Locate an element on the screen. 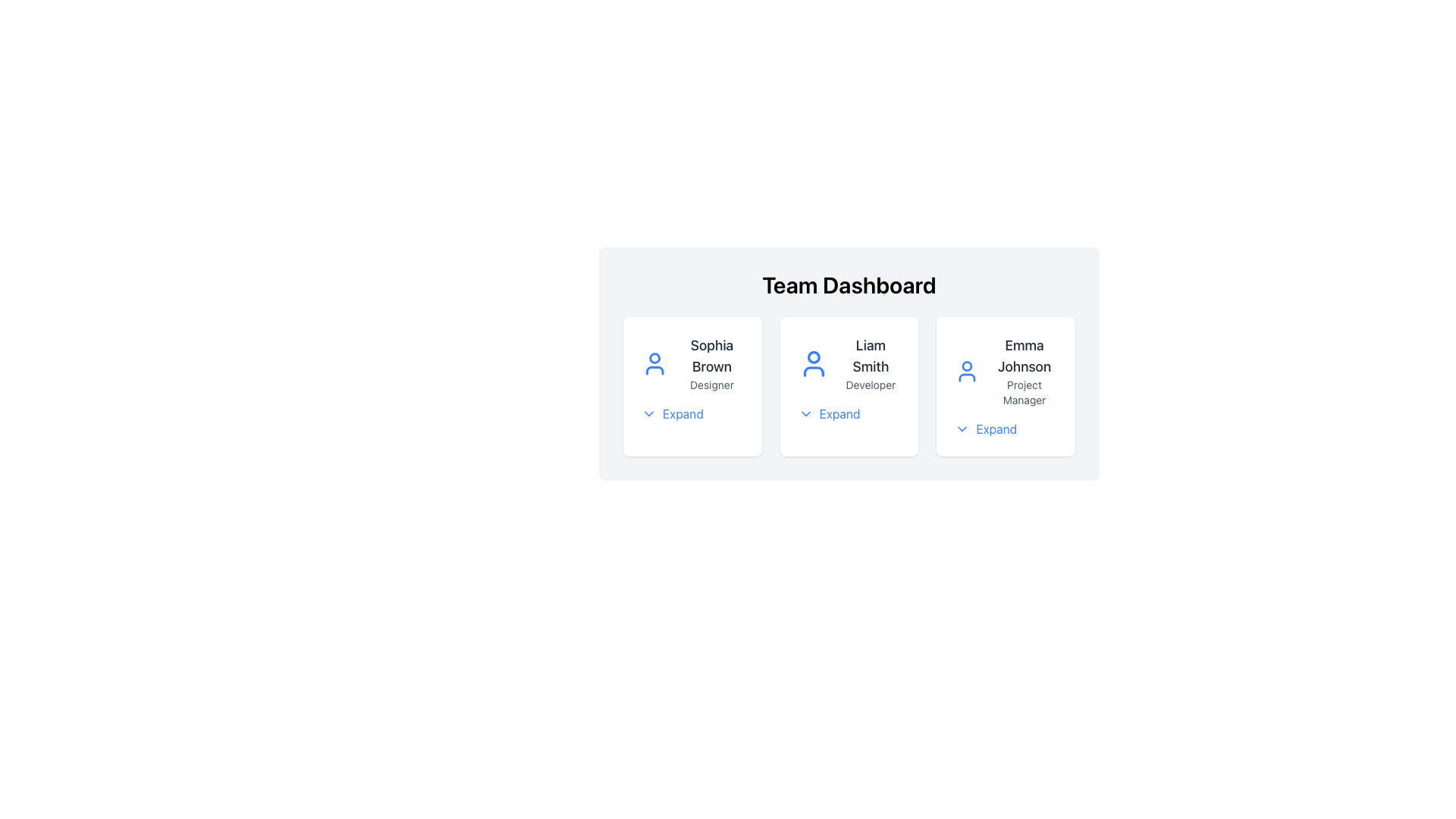  the third card in the grid displaying information about user Emma Johnson is located at coordinates (1006, 385).